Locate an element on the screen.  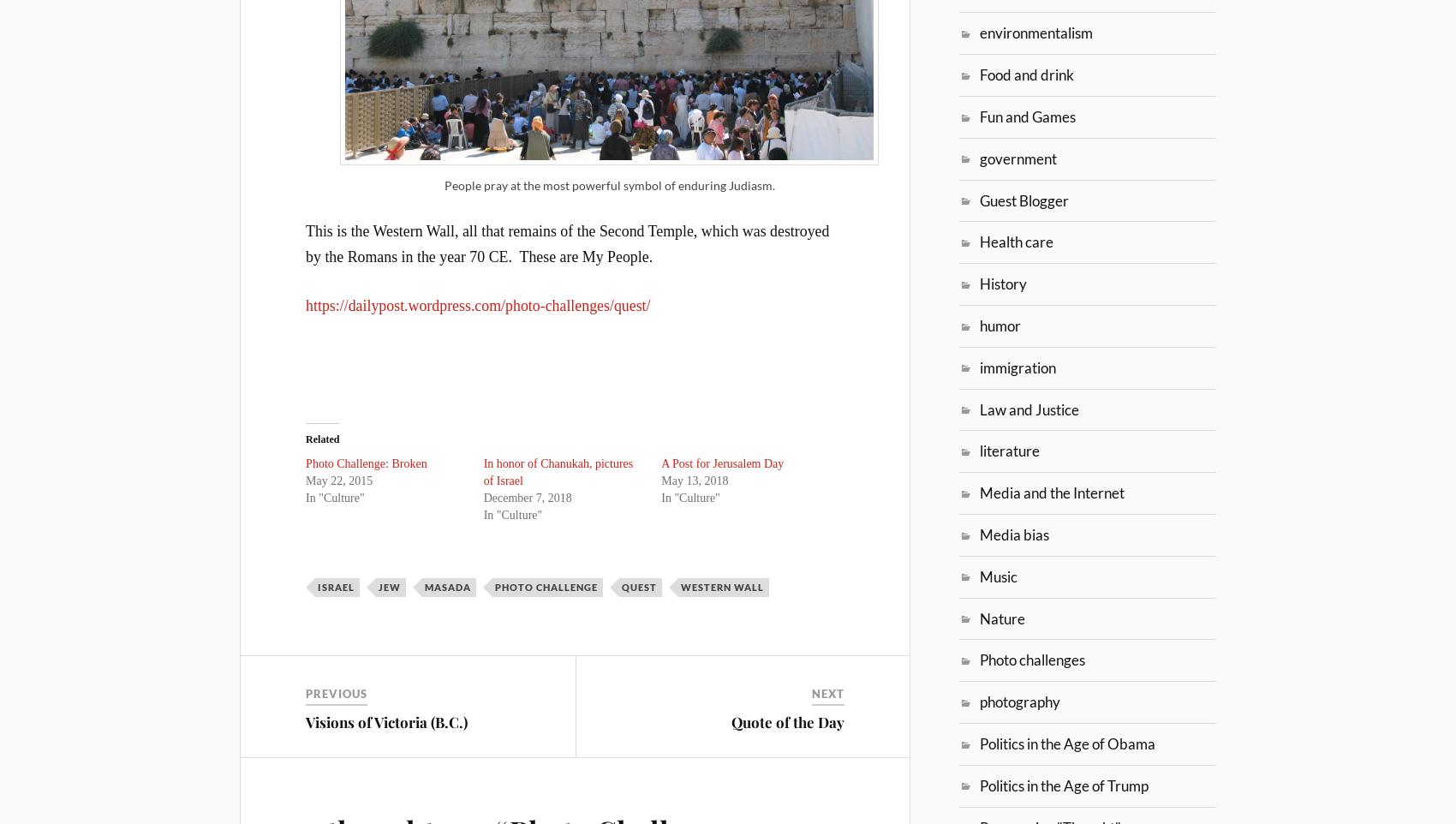
'Music' is located at coordinates (999, 576).